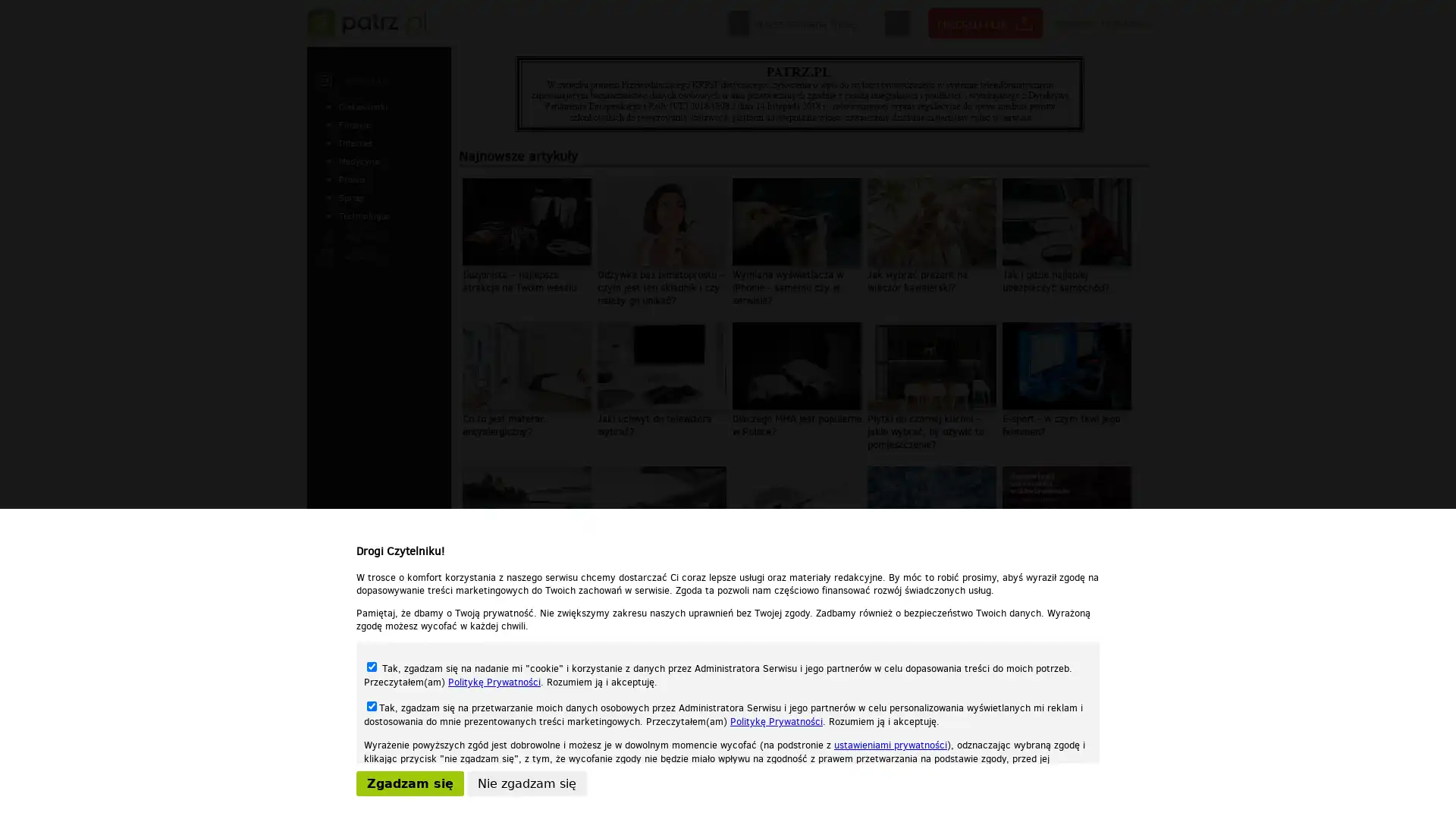 The height and width of the screenshot is (819, 1456). I want to click on Ok, rozumiem, so click(811, 801).